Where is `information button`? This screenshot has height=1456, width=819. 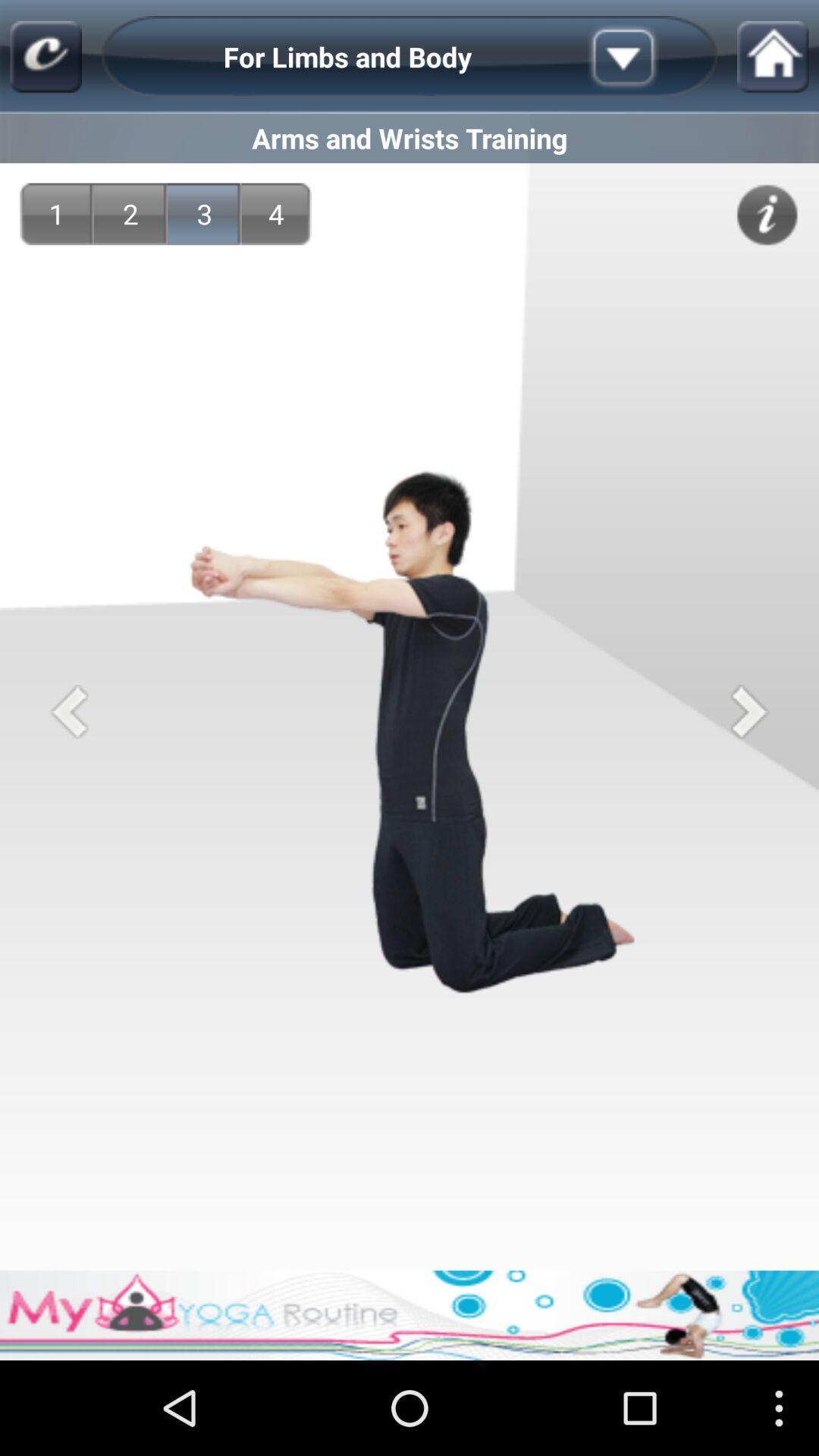
information button is located at coordinates (767, 214).